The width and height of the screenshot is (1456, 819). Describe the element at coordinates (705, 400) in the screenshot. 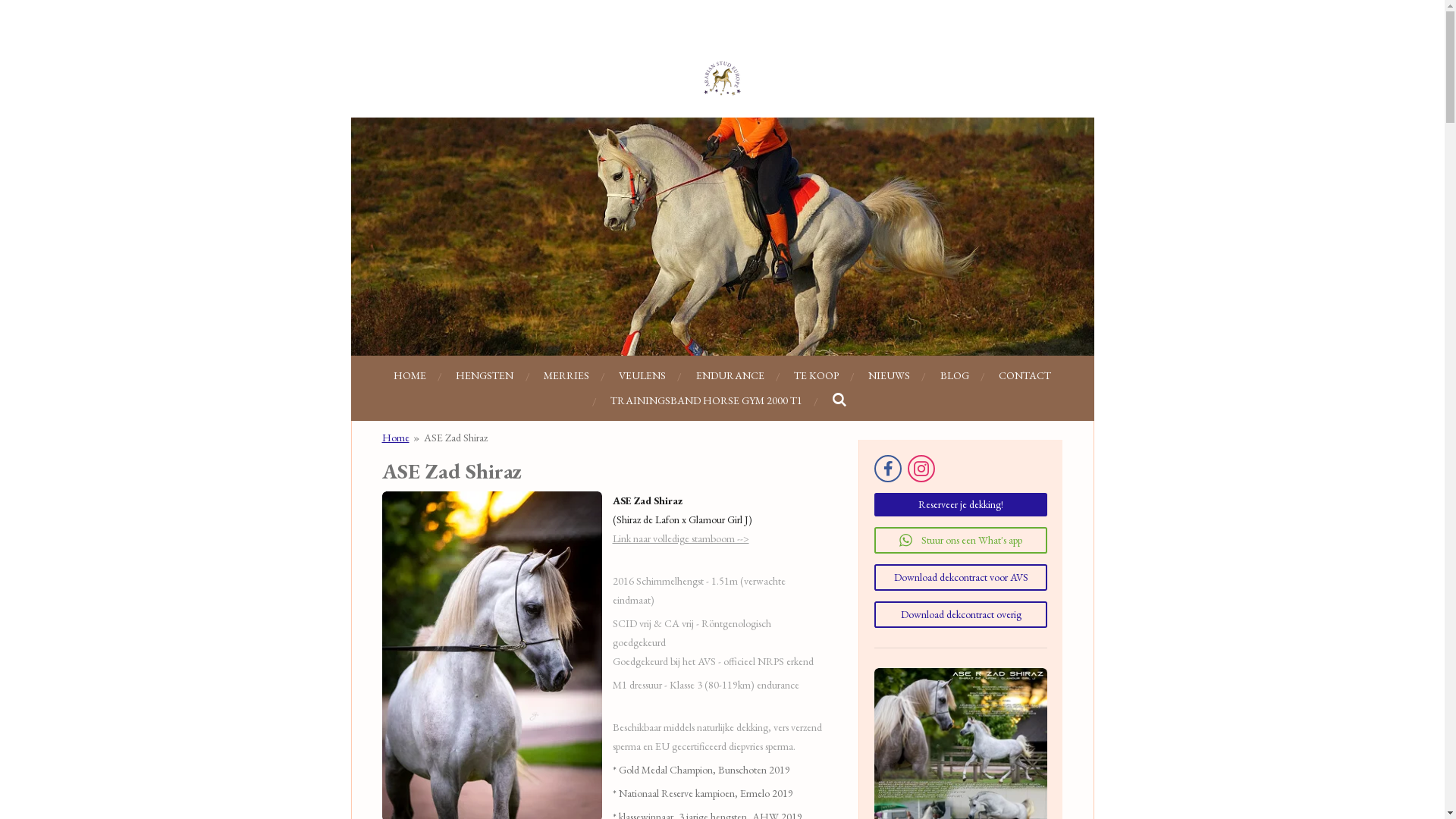

I see `'TRAININGSBAND HORSE GYM 2000 T1'` at that location.